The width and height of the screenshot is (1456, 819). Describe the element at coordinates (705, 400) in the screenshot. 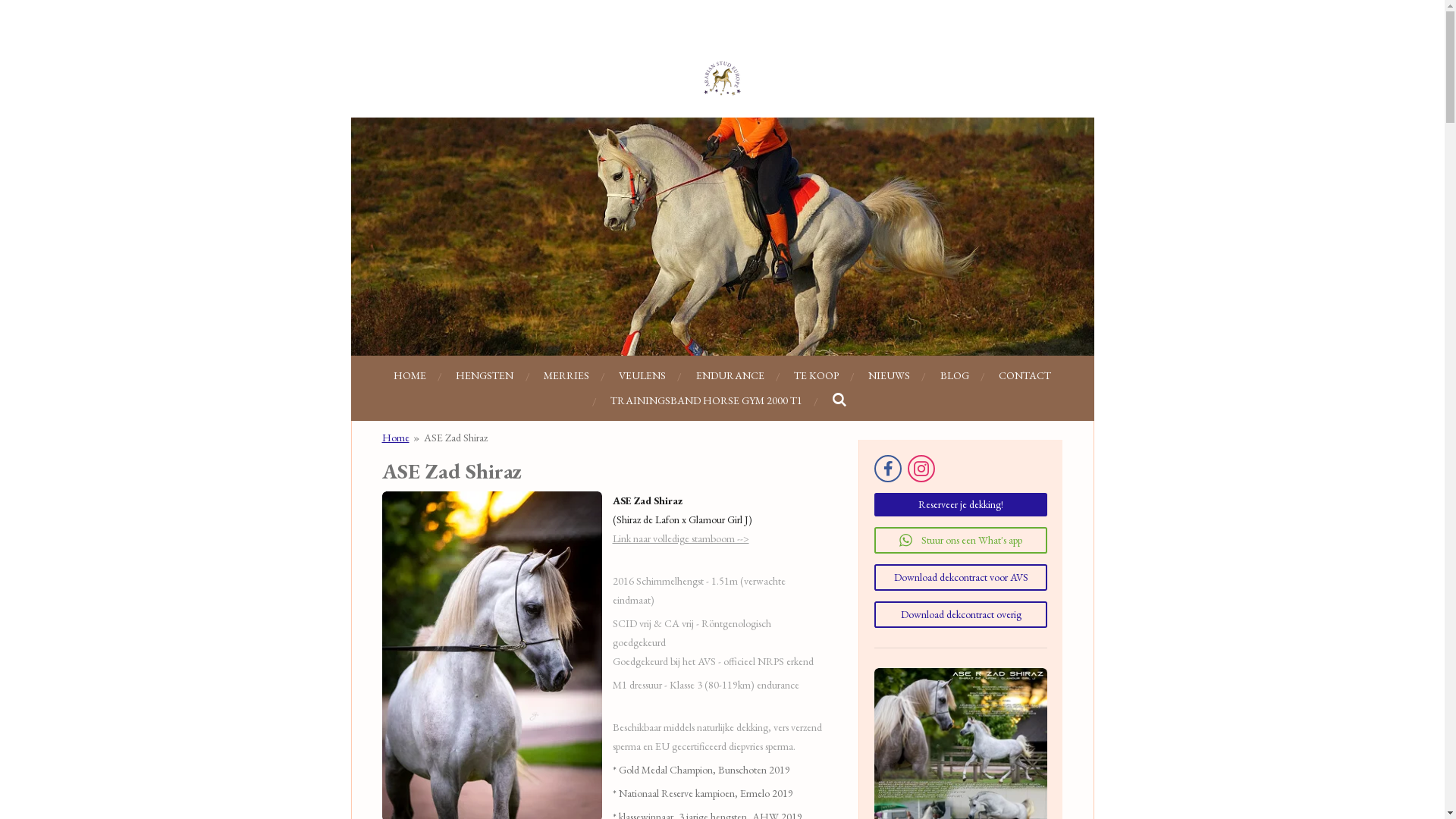

I see `'TRAININGSBAND HORSE GYM 2000 T1'` at that location.